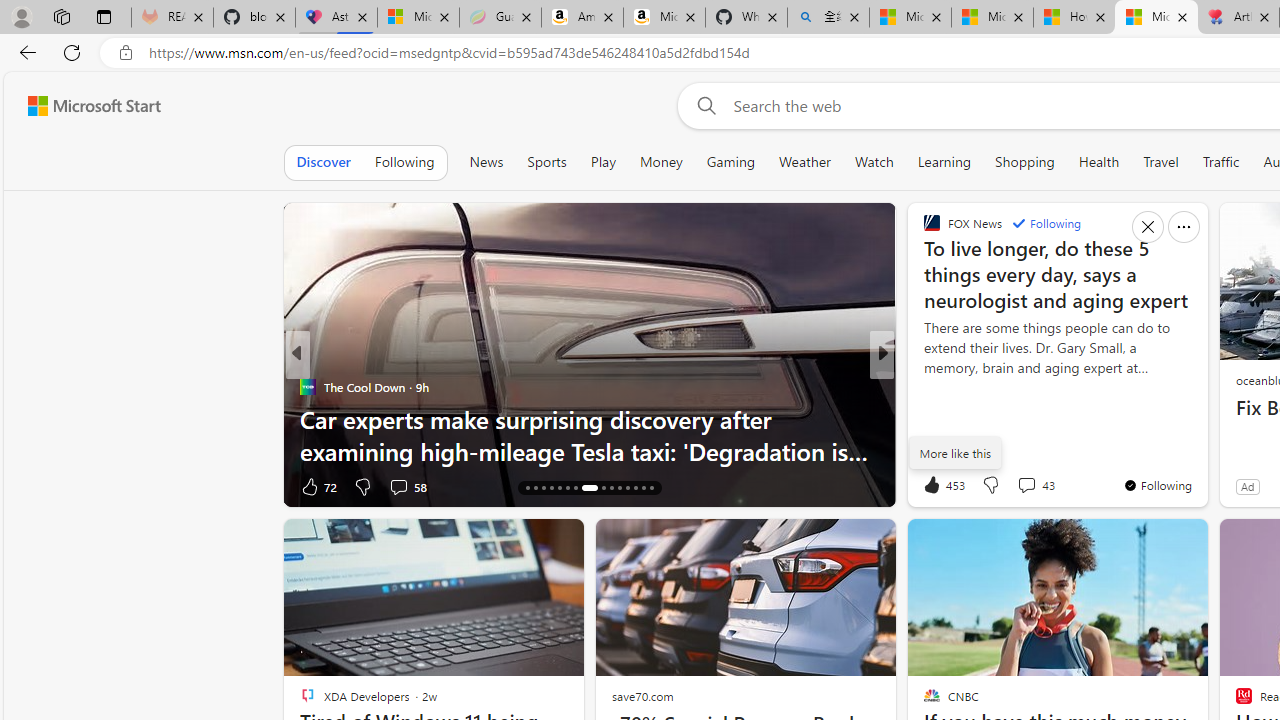 The width and height of the screenshot is (1280, 720). Describe the element at coordinates (535, 488) in the screenshot. I see `'AutomationID: tab-17'` at that location.